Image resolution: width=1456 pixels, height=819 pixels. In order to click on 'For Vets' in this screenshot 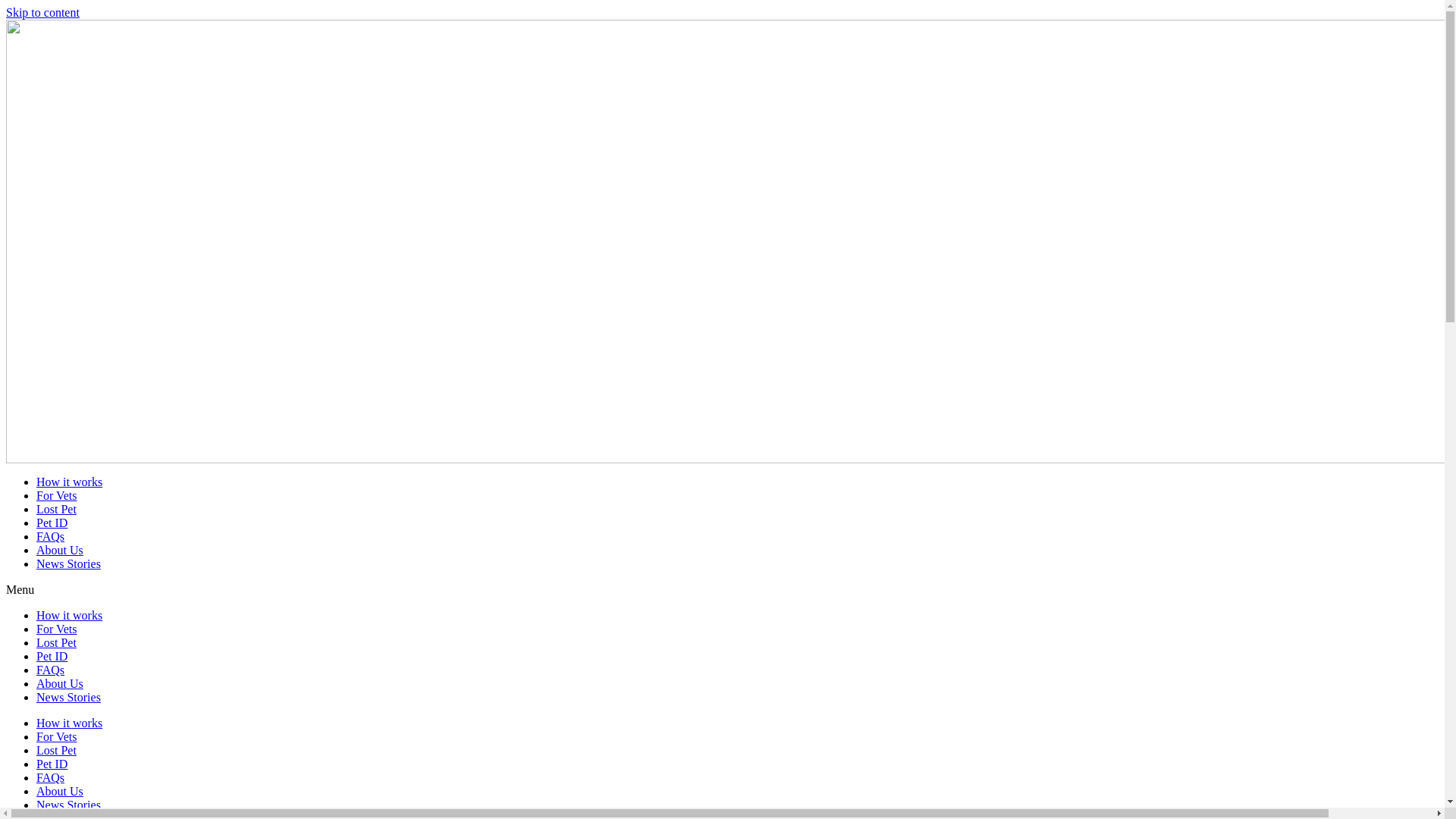, I will do `click(36, 495)`.